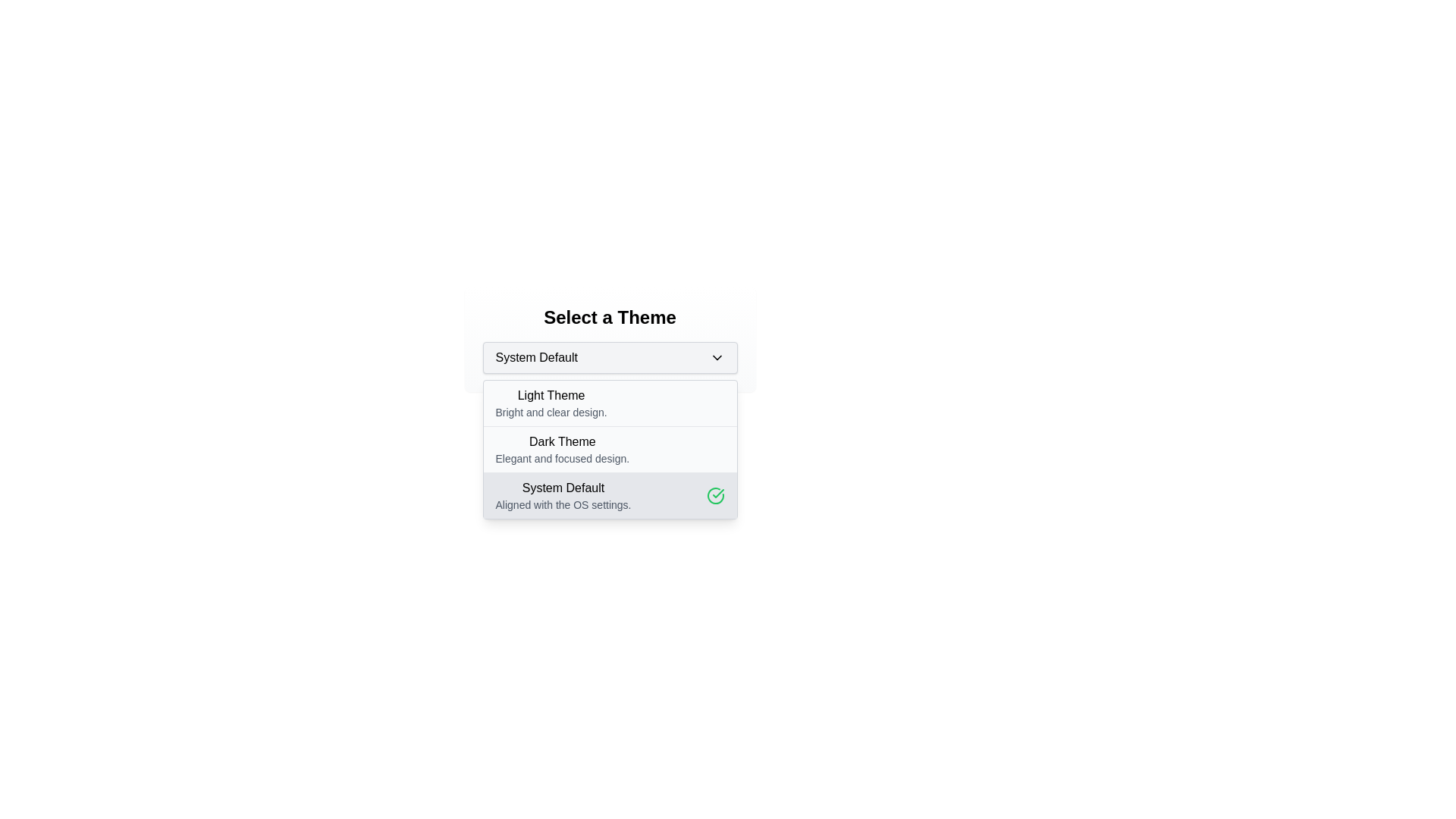 This screenshot has height=819, width=1456. I want to click on the icon on the right side of the 'System Default' text, so click(716, 357).